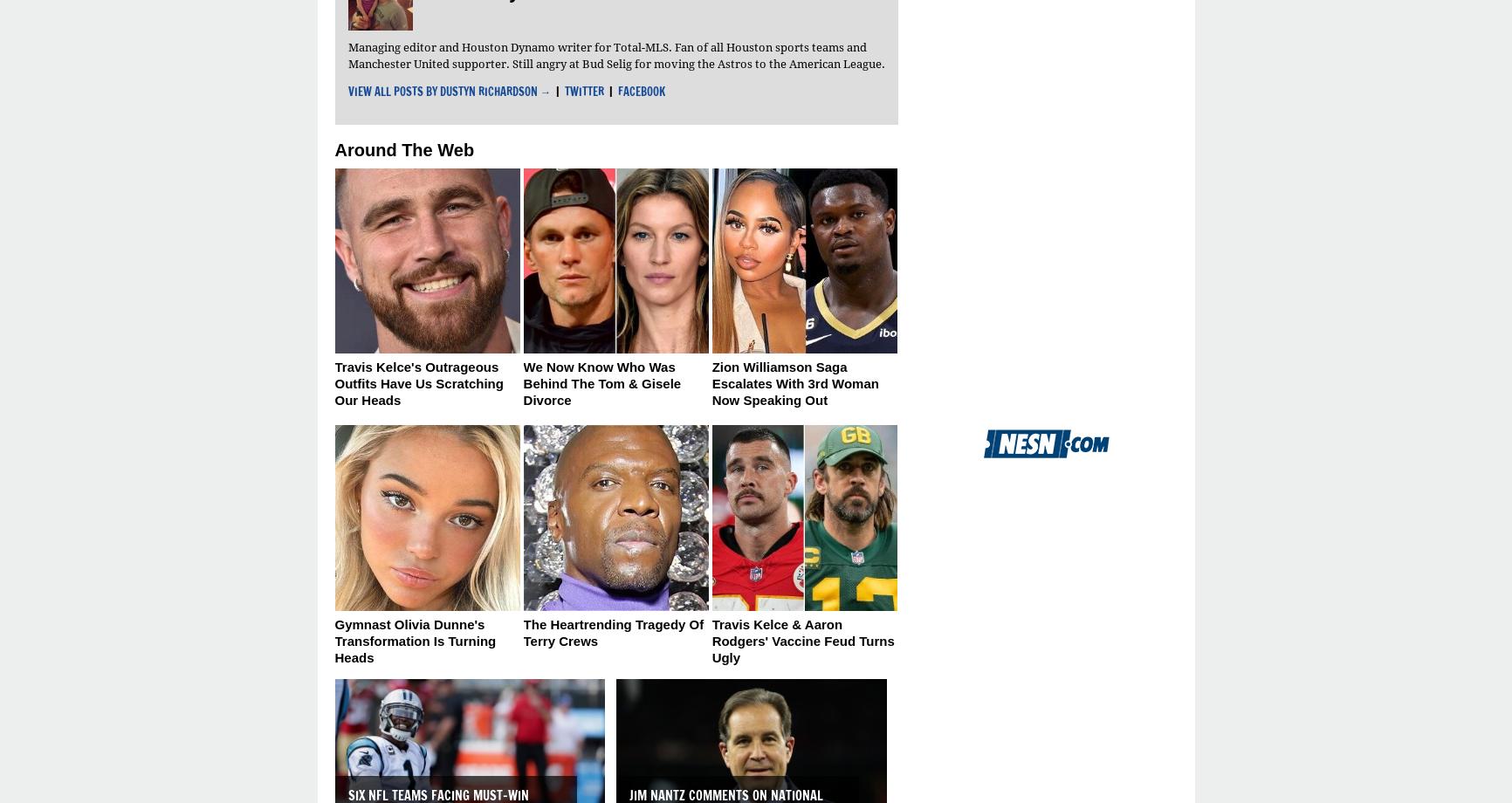 This screenshot has width=1512, height=803. I want to click on 'Travis Kelce & Aaron Rodgers' Vaccine Feud Turns Ugly', so click(802, 641).